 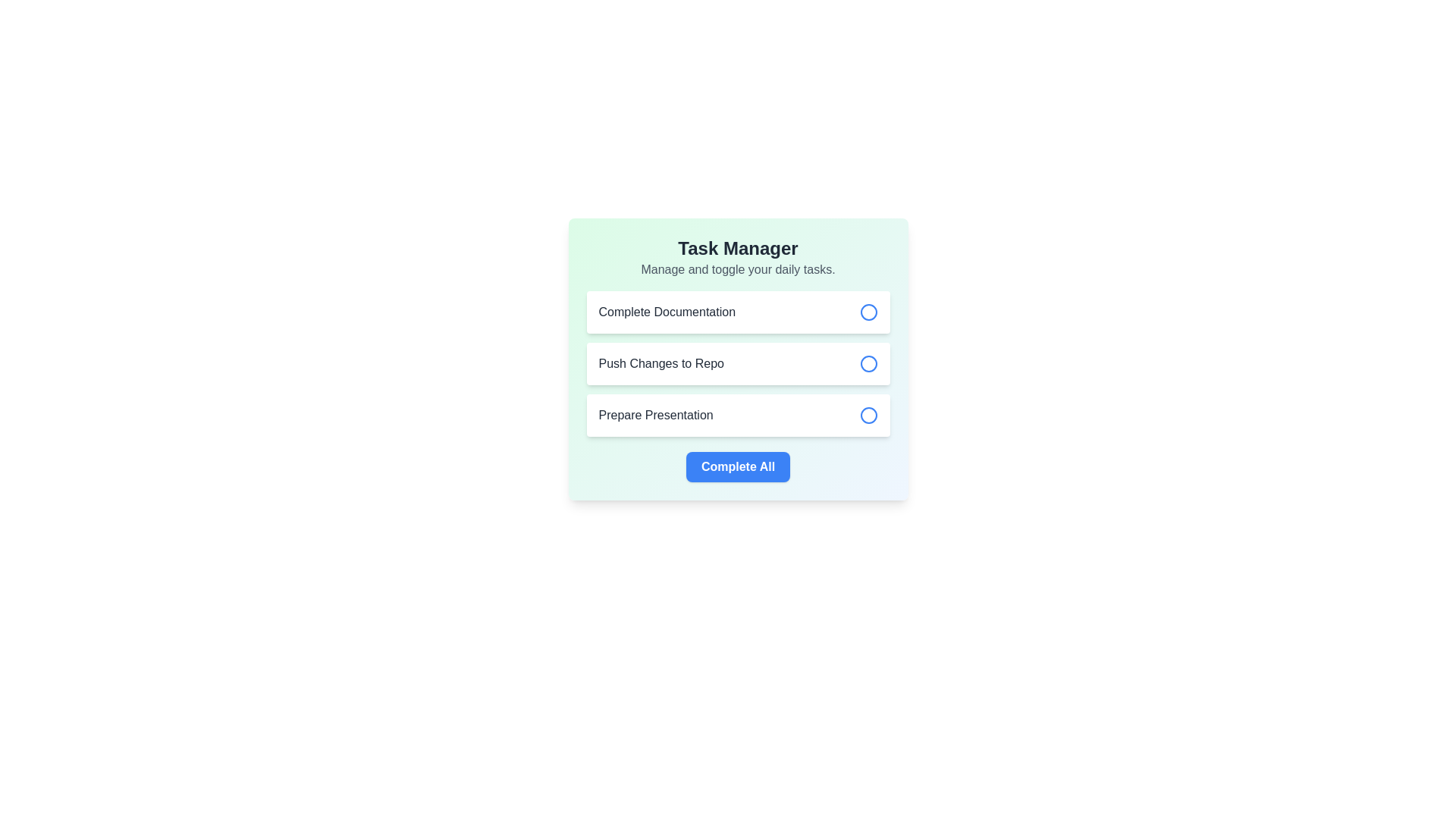 I want to click on text header 'Task Manager' which is styled in bold, large font in dark gray on a light green background, located at the top of the card-like component, so click(x=738, y=247).